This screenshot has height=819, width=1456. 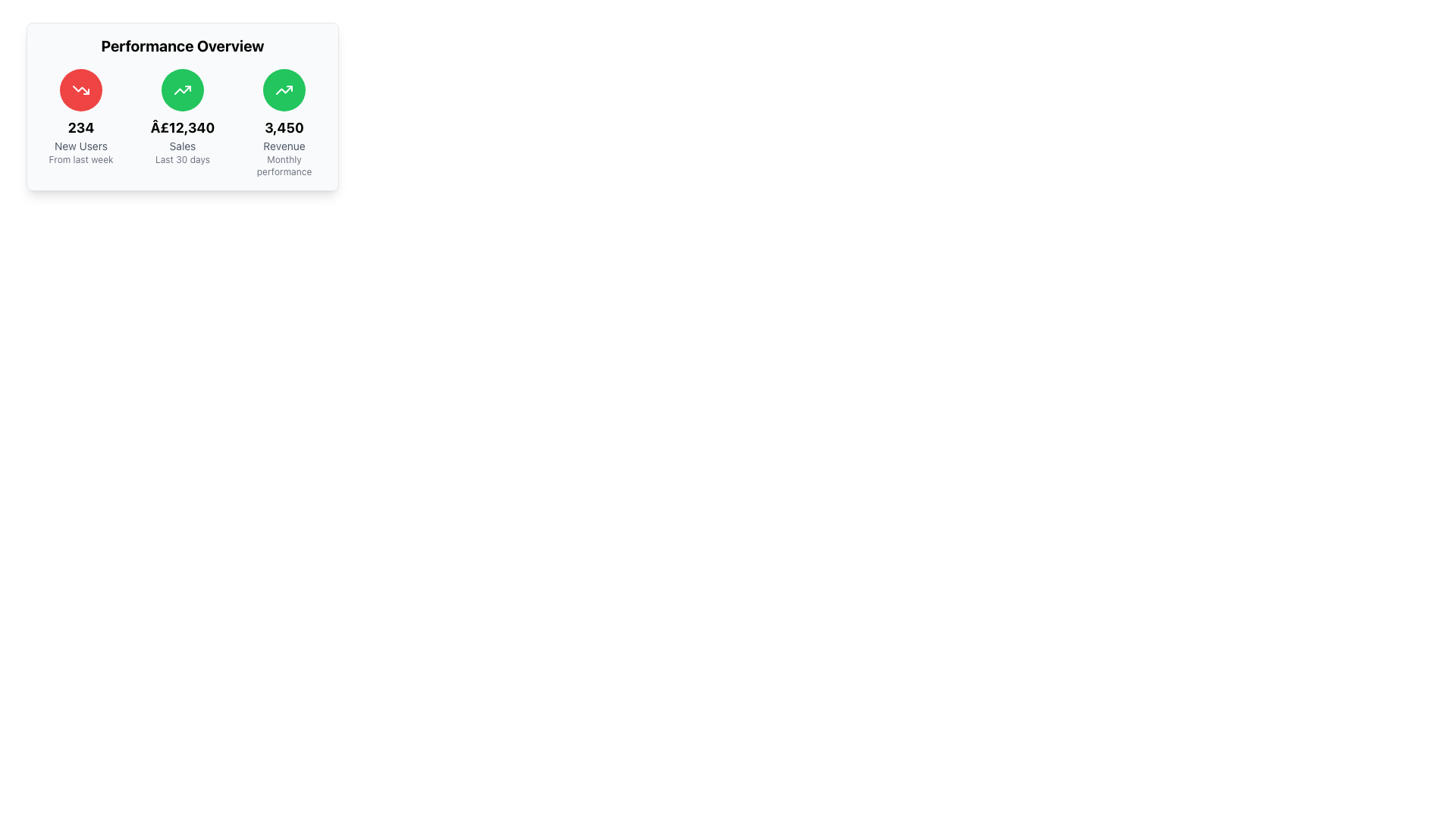 I want to click on the Informational Card that displays the count of new users (234) from last week, which is the first item in the Performance Overview section, so click(x=80, y=122).